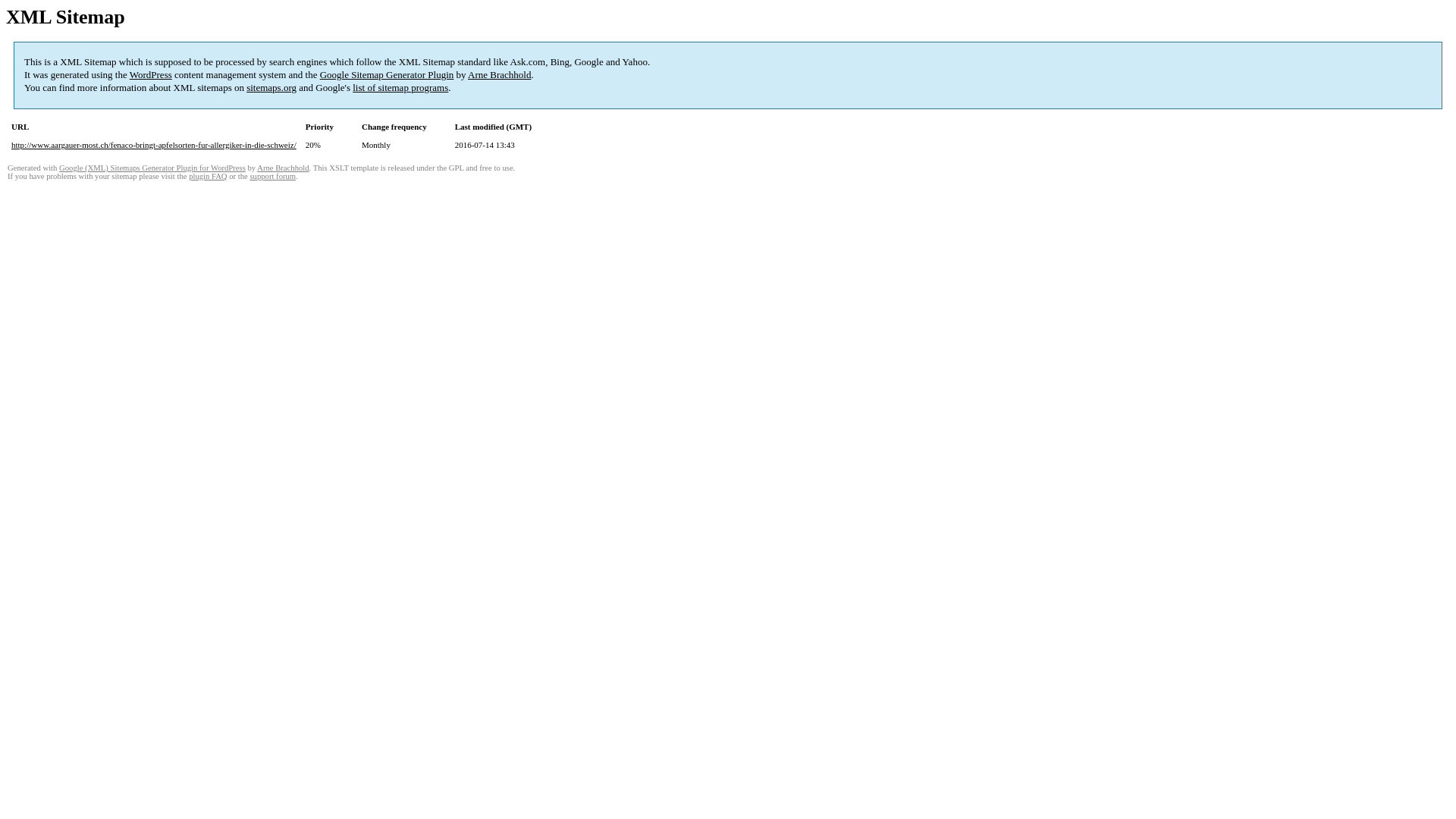  I want to click on 'support forum', so click(272, 175).